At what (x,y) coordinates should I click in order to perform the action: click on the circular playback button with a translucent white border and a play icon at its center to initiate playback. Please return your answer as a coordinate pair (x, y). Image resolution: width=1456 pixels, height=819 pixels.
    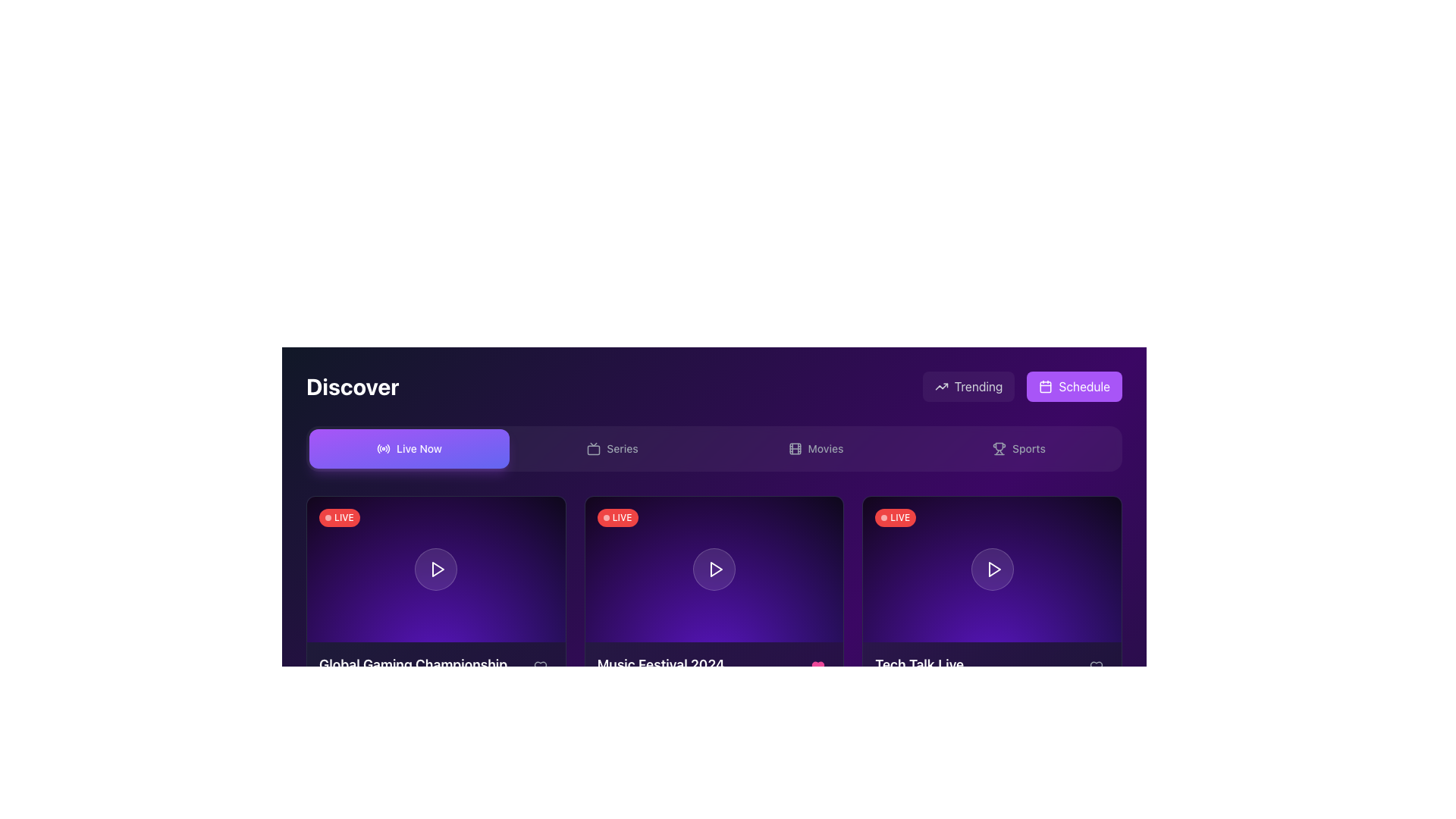
    Looking at the image, I should click on (713, 569).